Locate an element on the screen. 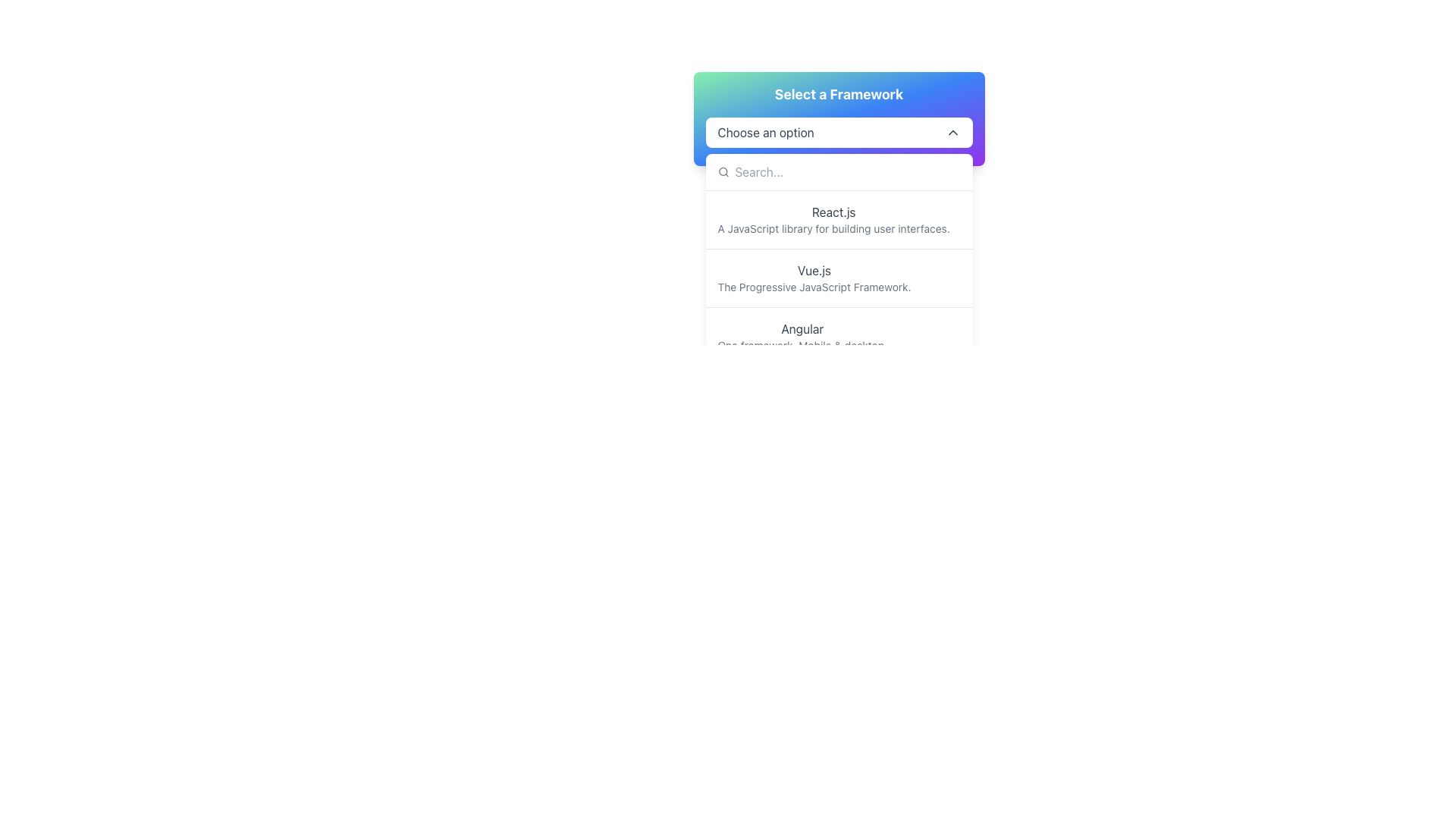 This screenshot has width=1456, height=819. the 'Choose an option' text label located in the dropdown header section is located at coordinates (765, 131).